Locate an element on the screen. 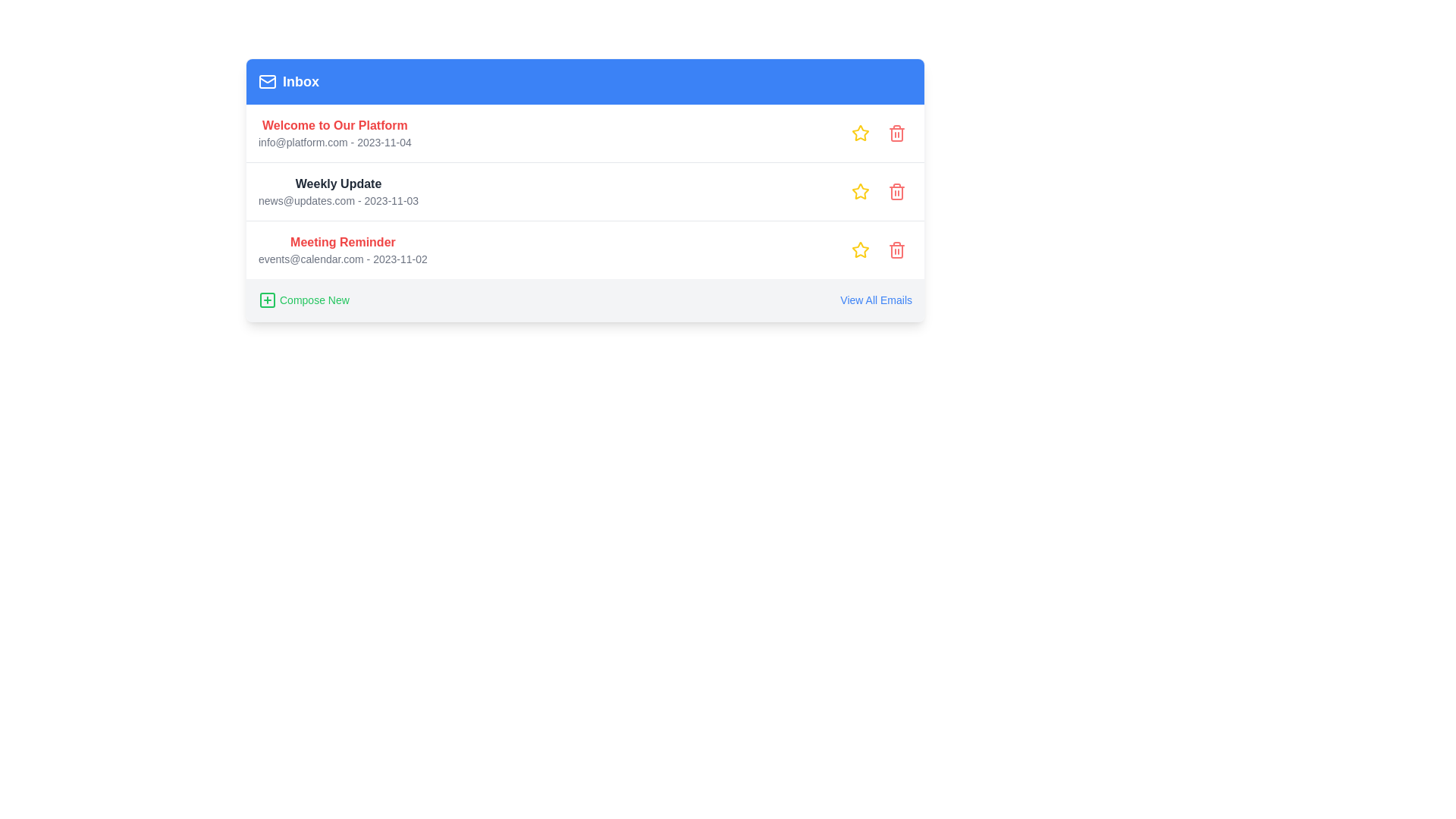 This screenshot has width=1456, height=819. the second email entry in the list, which displays the email's subject, sender, and date received is located at coordinates (585, 190).